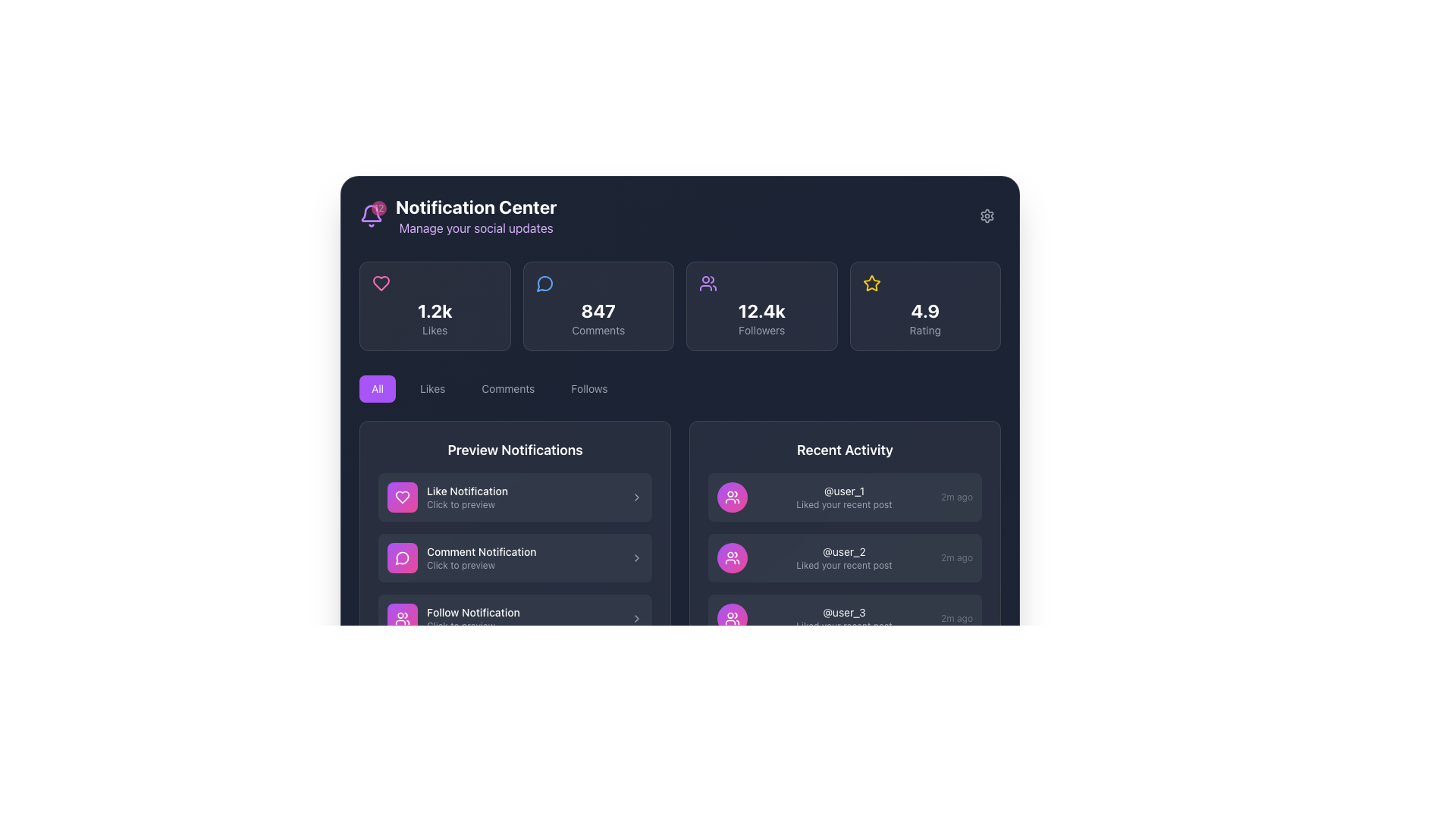  I want to click on the static text label located below '@user_3' in the 'Recent Activity' section, which describes the nature of the activity associated with the user, so click(843, 626).